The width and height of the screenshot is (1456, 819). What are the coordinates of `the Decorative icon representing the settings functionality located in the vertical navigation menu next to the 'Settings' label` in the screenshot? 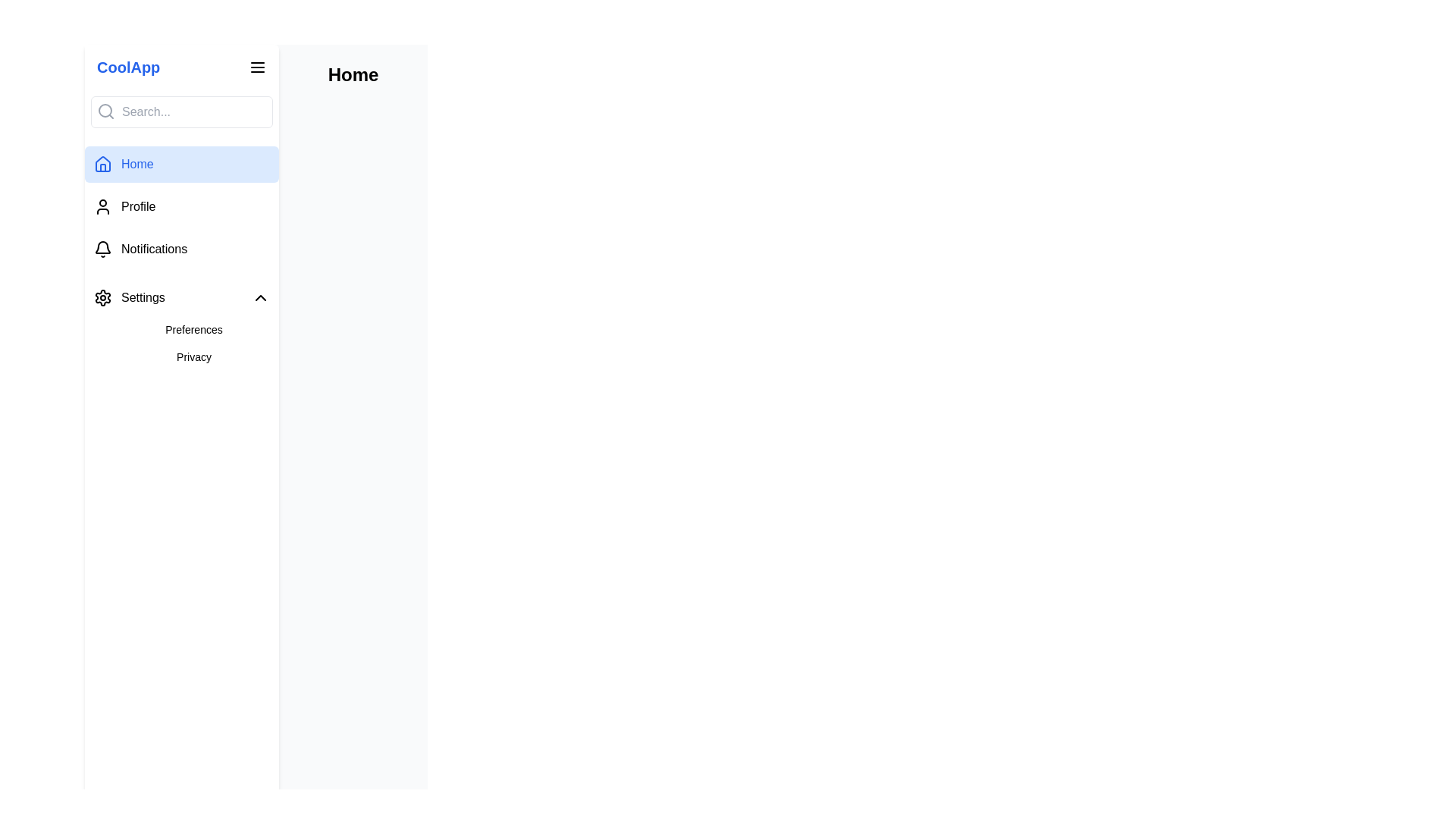 It's located at (102, 298).